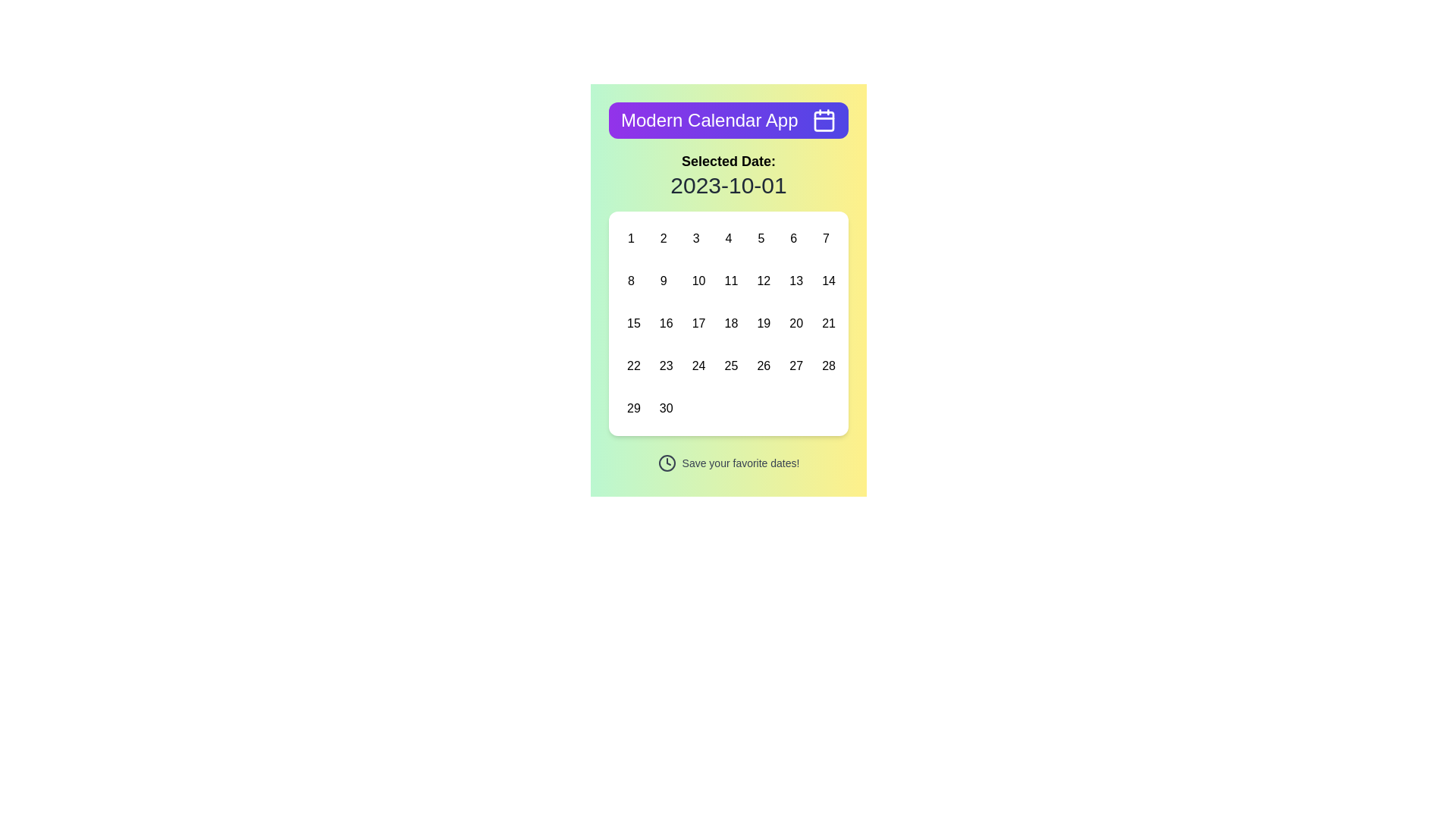  What do you see at coordinates (631, 239) in the screenshot?
I see `the small rectangular button with rounded corners displaying '1' in bold black text` at bounding box center [631, 239].